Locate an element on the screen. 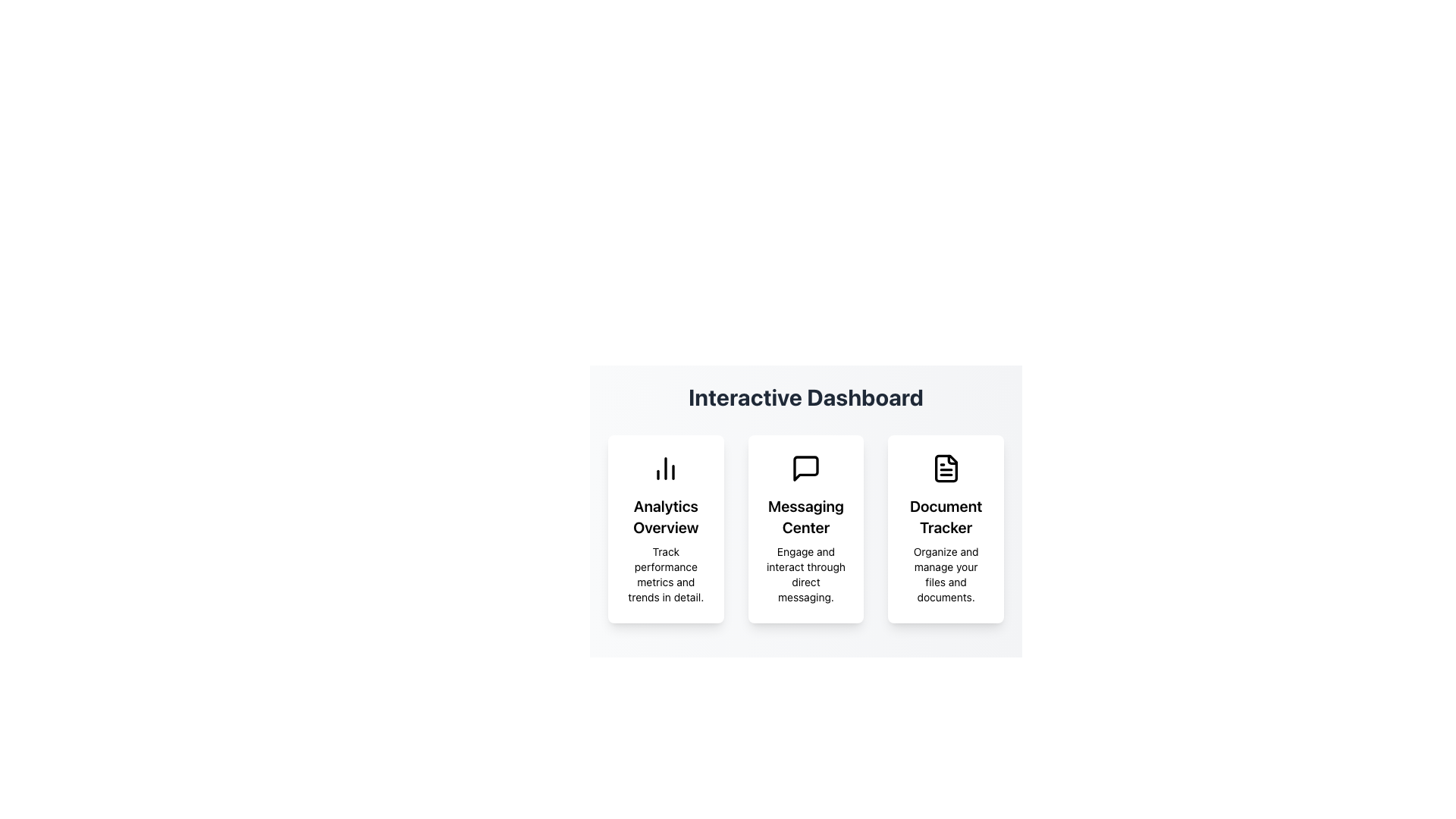 This screenshot has width=1456, height=819. the small-sized text block displaying the phrase 'Engage and interact through direct messaging.' located in the bottom section of the 'Messaging Center' card is located at coordinates (805, 575).